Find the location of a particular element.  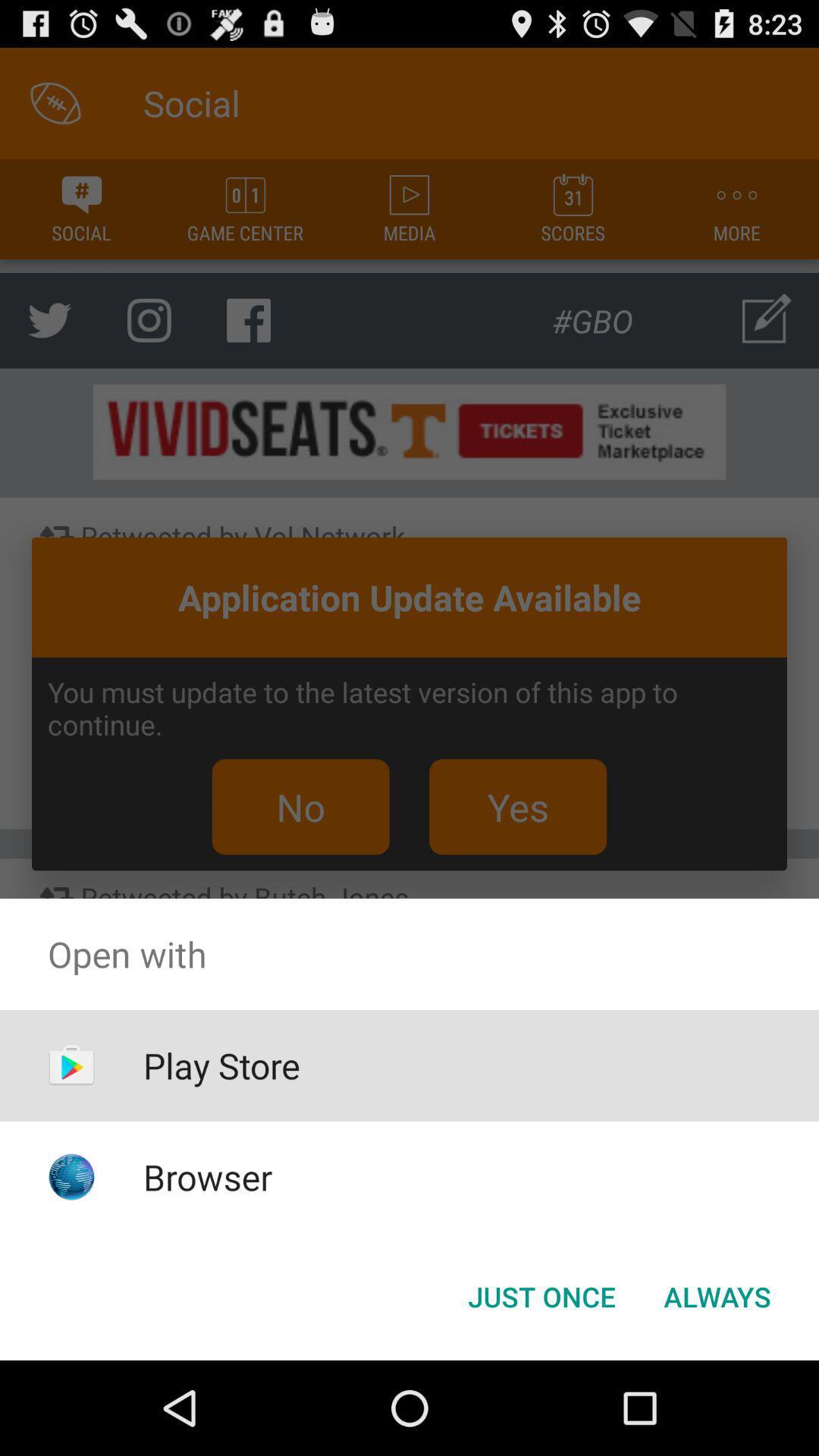

the just once item is located at coordinates (541, 1295).